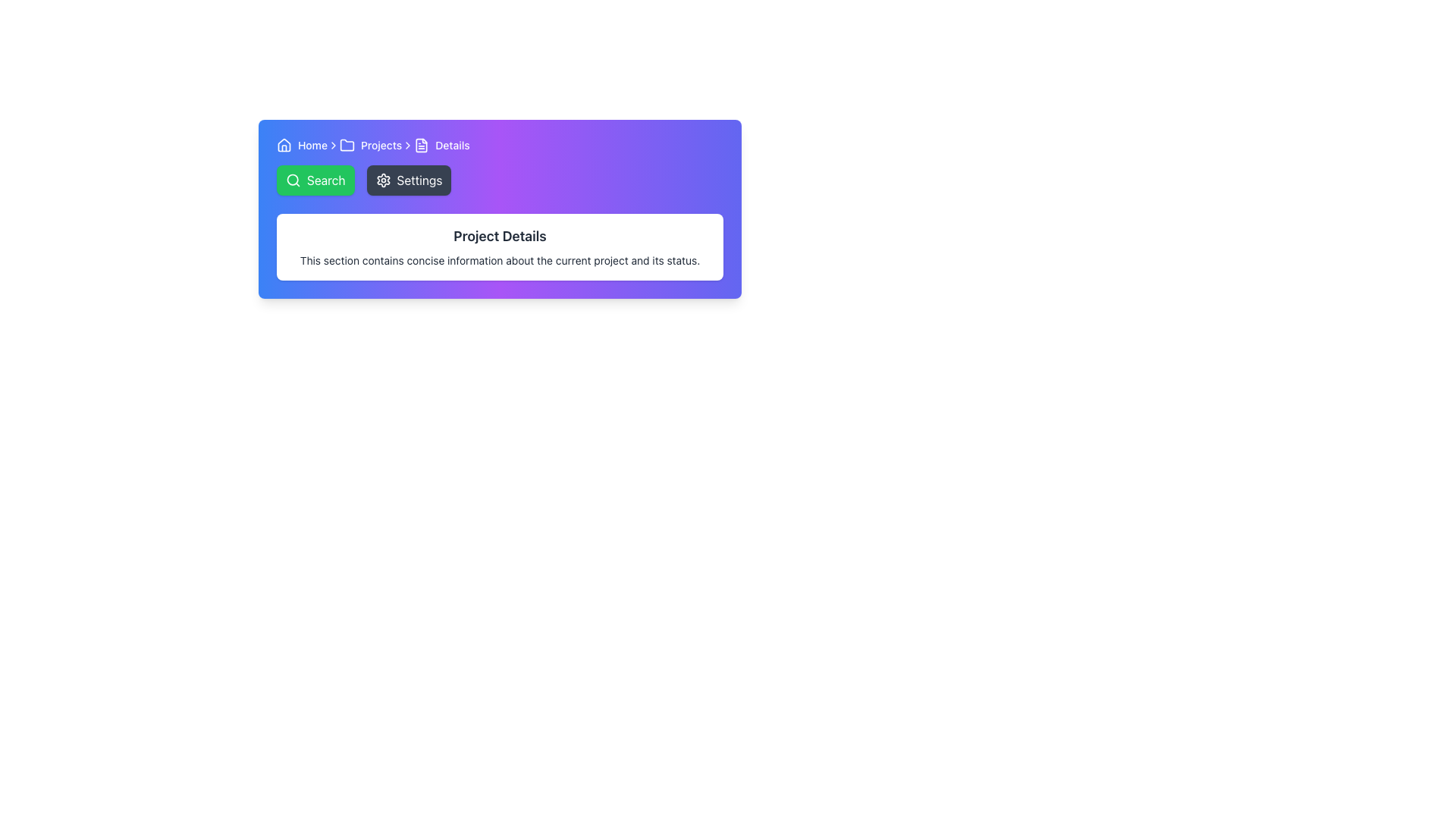  I want to click on properties of the SVG Circle element, which is part of the magnifying glass icon located next to the 'Settings' button, so click(293, 179).